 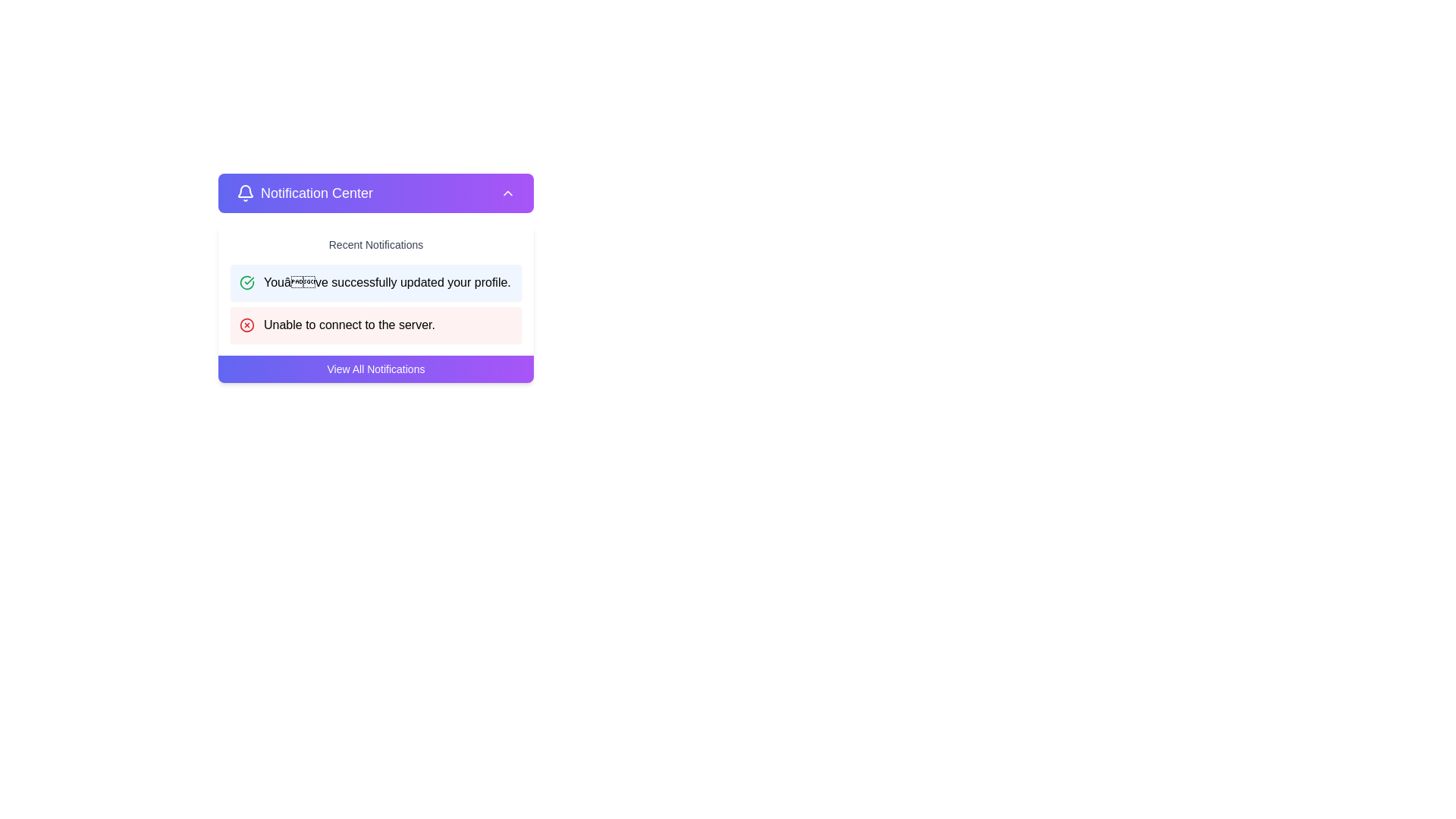 I want to click on the arrow button located at the top-right corner of the 'Notification Center' header to minimize it, so click(x=508, y=192).